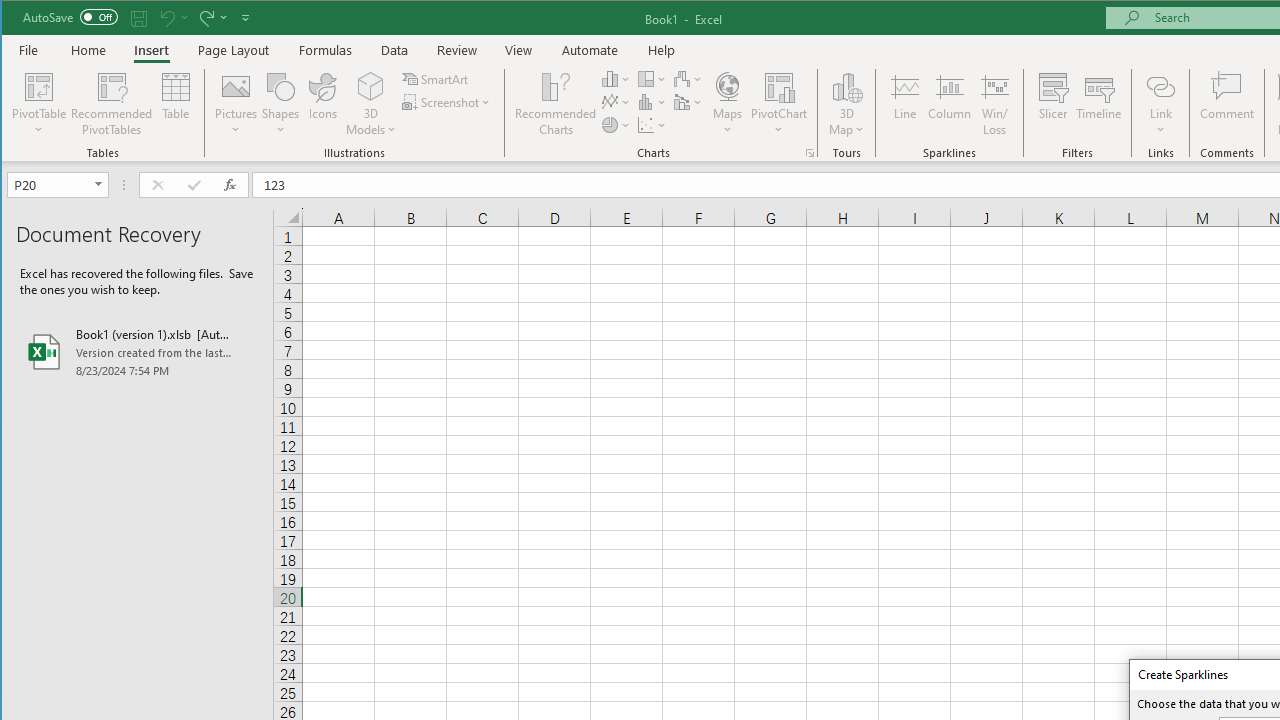 The width and height of the screenshot is (1280, 720). Describe the element at coordinates (995, 104) in the screenshot. I see `'Win/Loss'` at that location.